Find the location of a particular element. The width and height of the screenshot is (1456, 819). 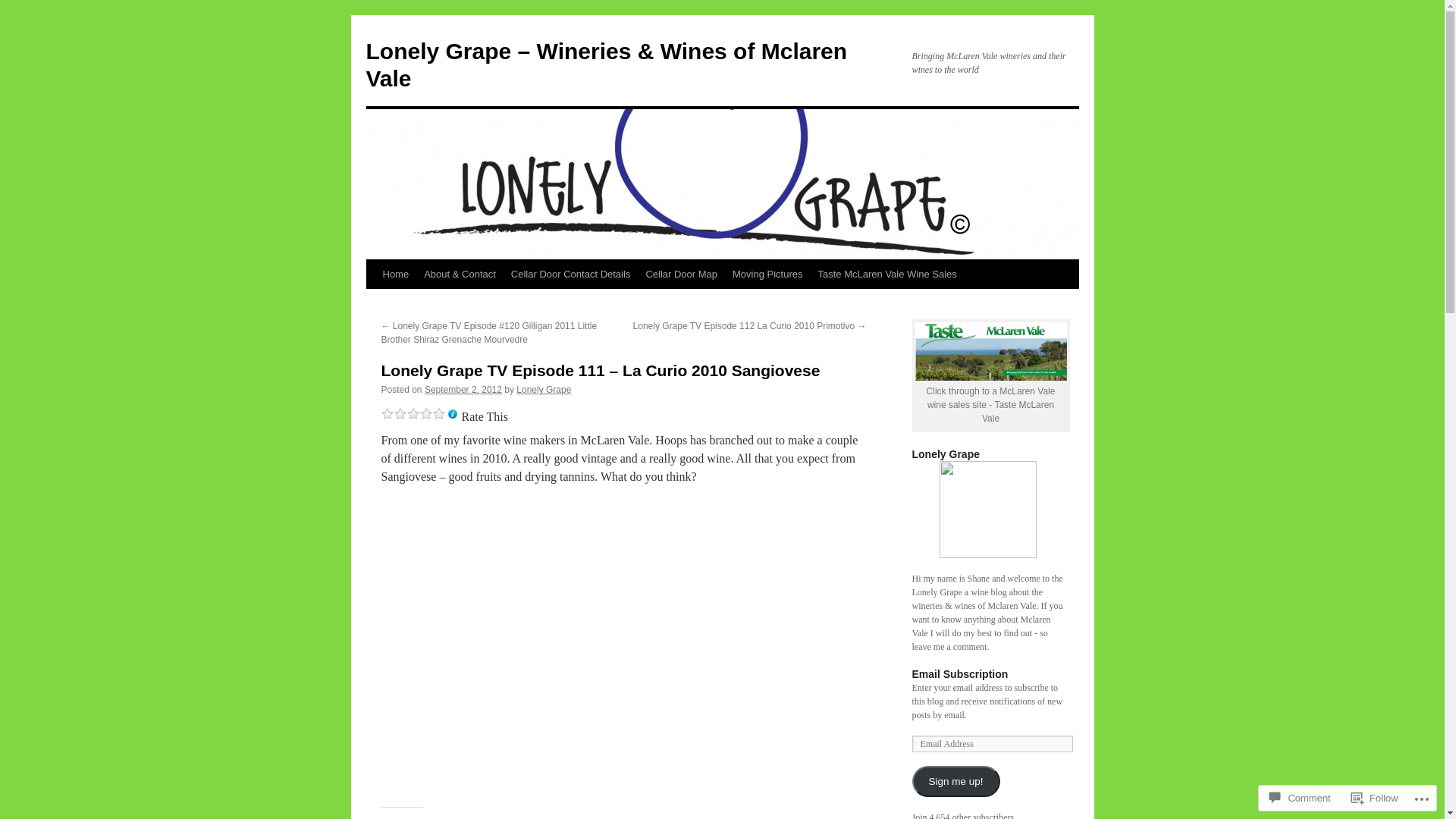

'About & Contact' is located at coordinates (459, 275).